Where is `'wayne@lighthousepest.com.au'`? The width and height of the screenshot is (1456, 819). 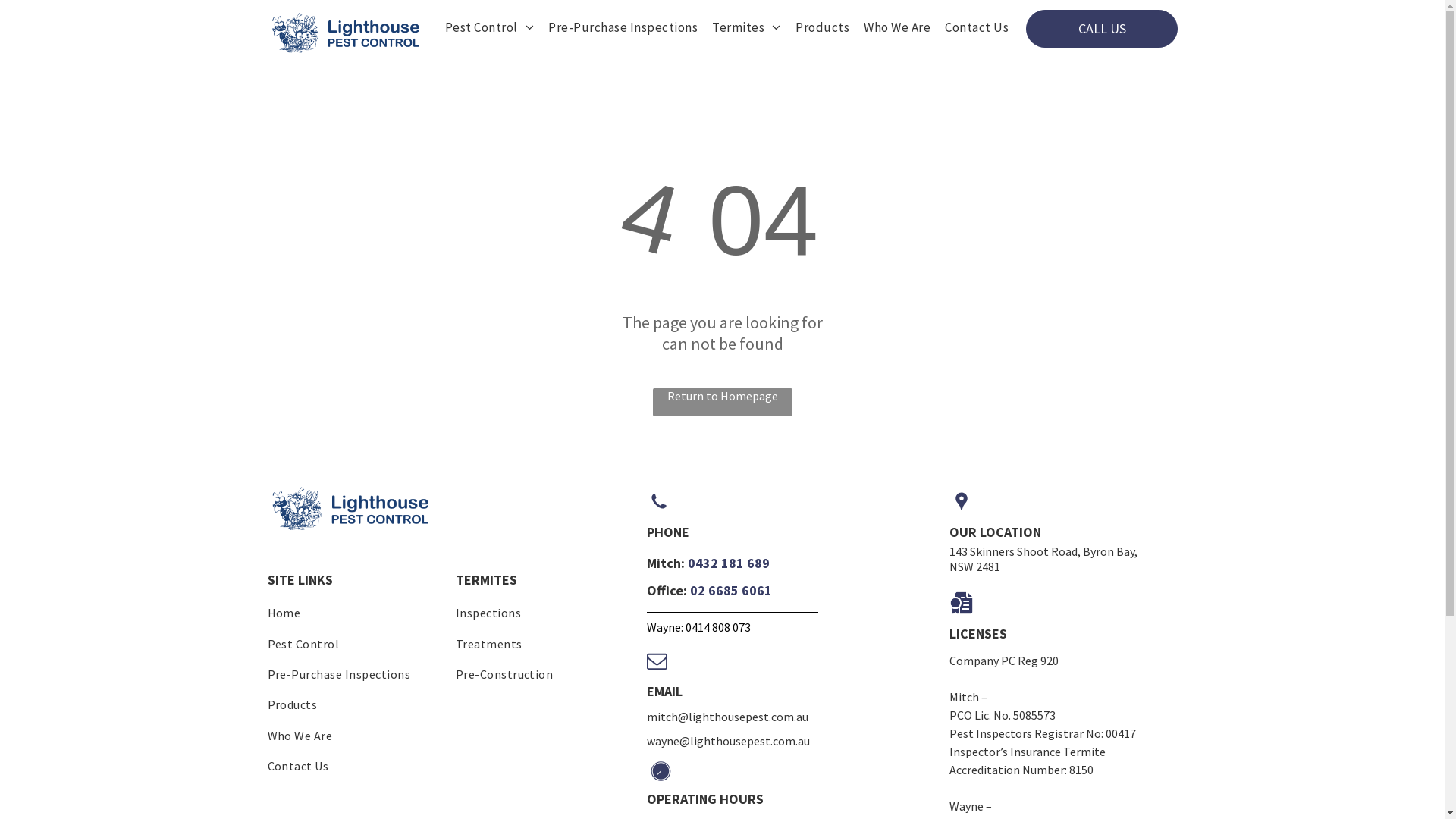
'wayne@lighthousepest.com.au' is located at coordinates (726, 739).